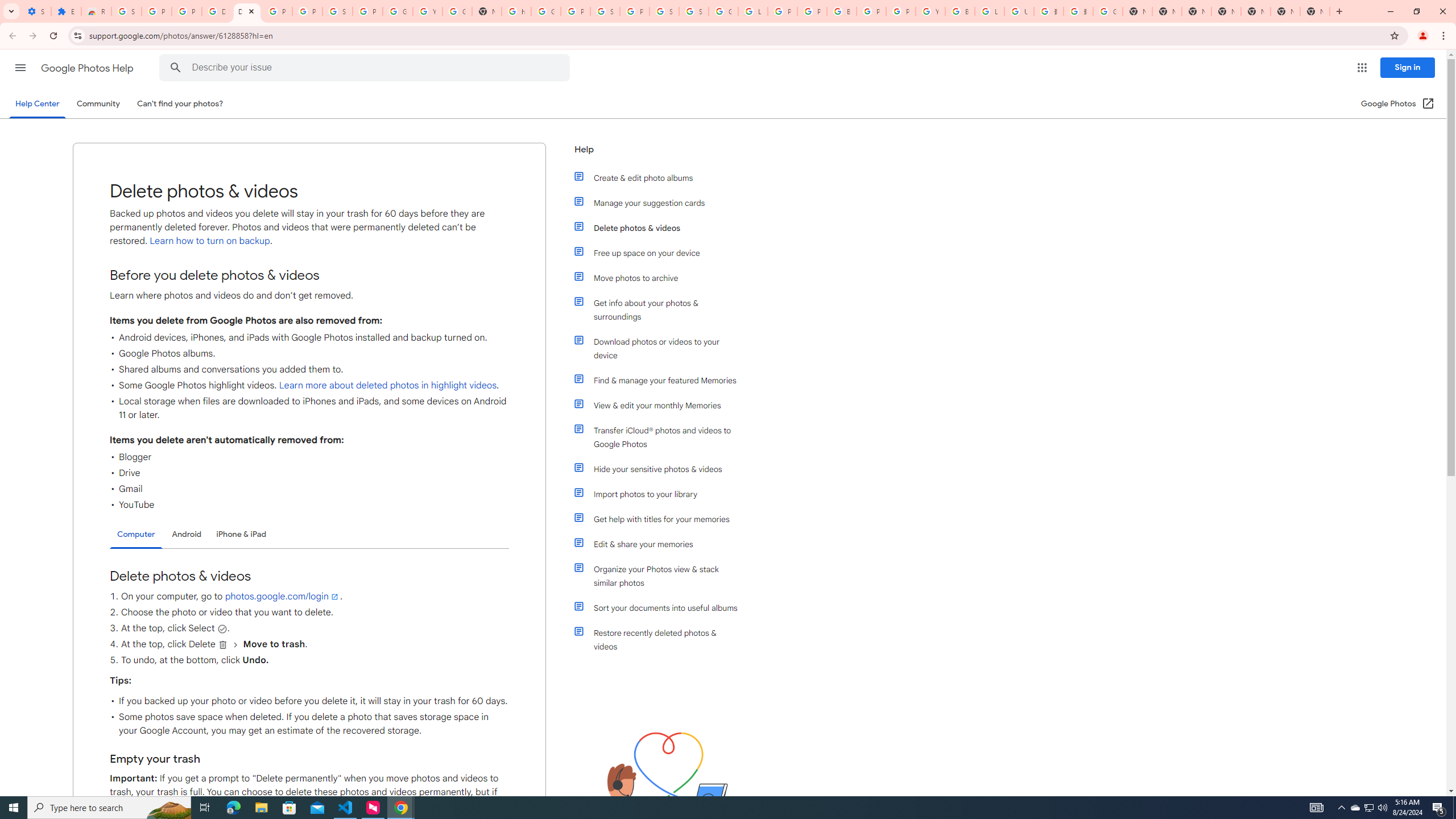 The image size is (1456, 819). Describe the element at coordinates (186, 533) in the screenshot. I see `'Android'` at that location.